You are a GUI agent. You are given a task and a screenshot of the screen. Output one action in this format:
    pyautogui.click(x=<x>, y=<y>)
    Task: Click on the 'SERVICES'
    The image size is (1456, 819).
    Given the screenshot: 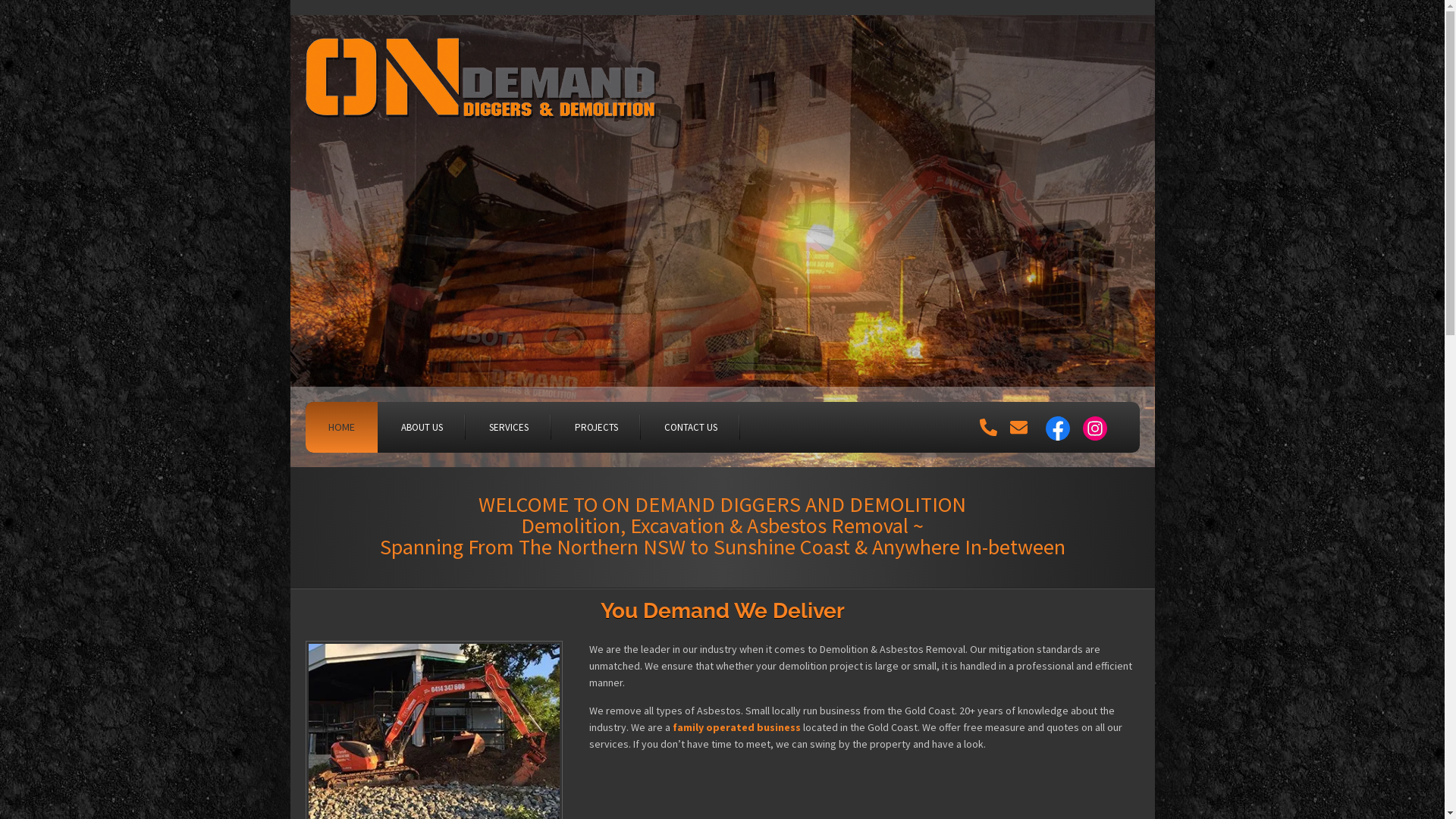 What is the action you would take?
    pyautogui.click(x=508, y=427)
    